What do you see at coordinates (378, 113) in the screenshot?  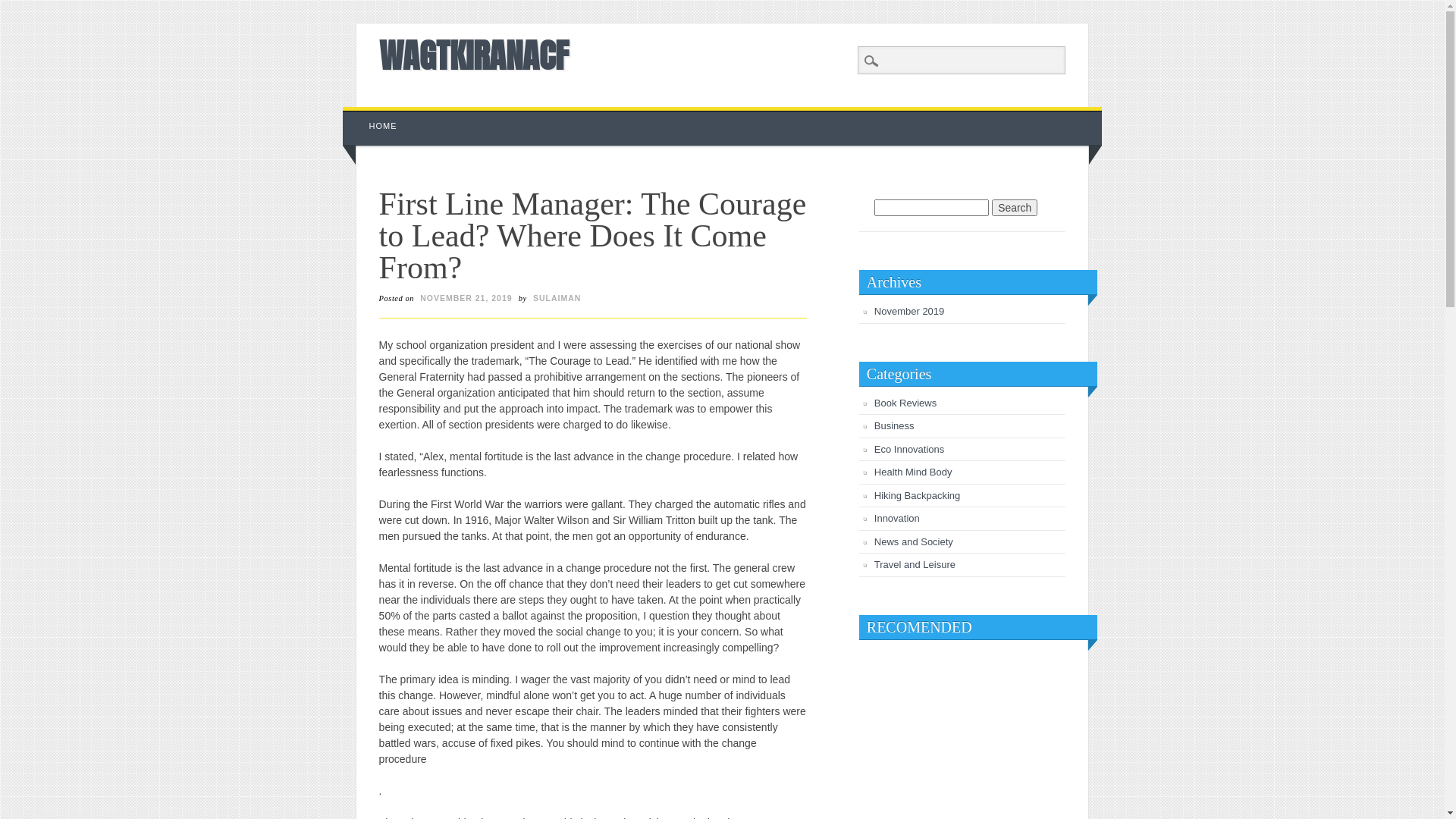 I see `'Skip to content'` at bounding box center [378, 113].